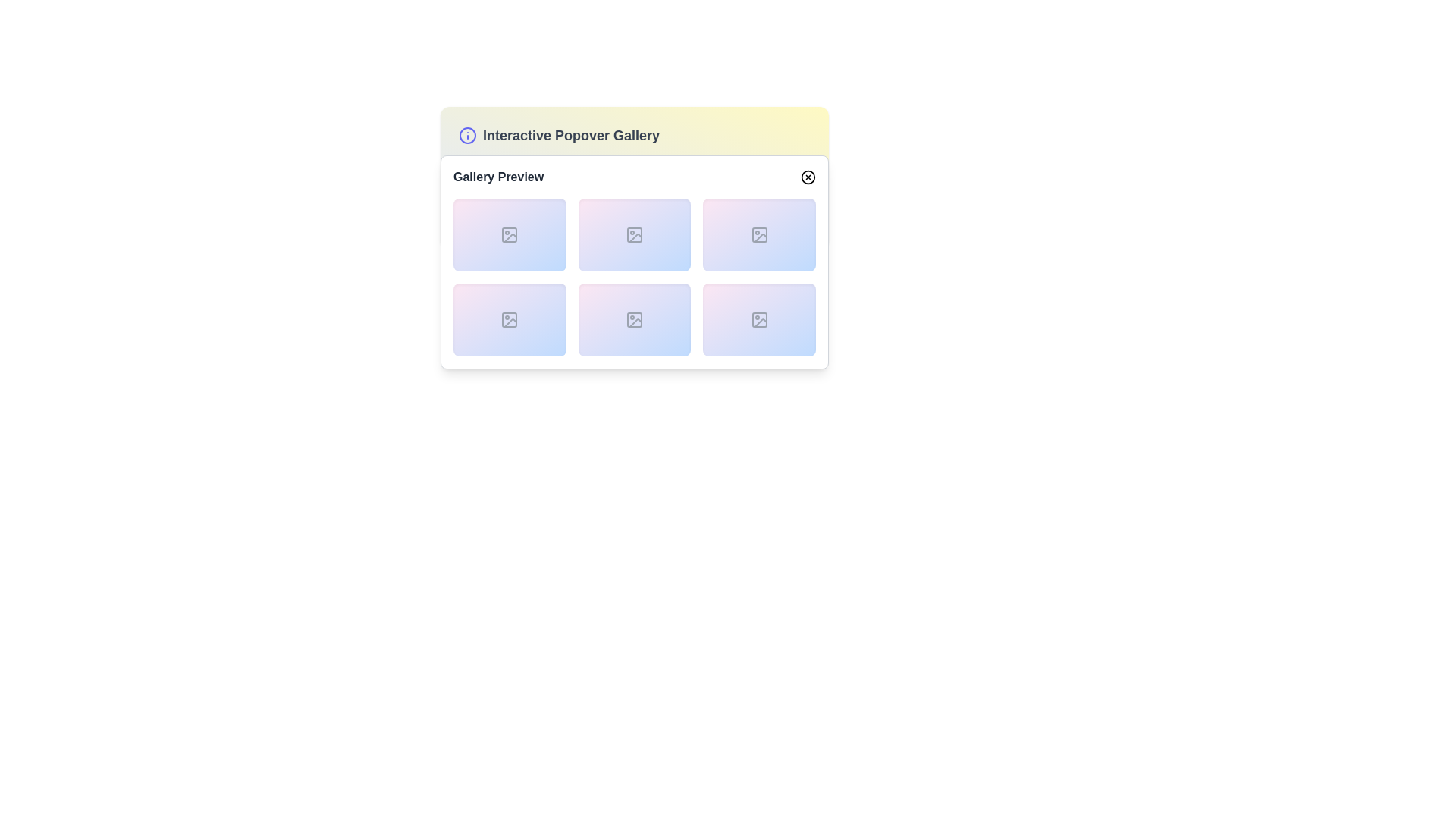 The height and width of the screenshot is (819, 1456). I want to click on the SVG icon in the top-left quadrant of the grid layout, which serves as a placeholder for an image, so click(510, 234).